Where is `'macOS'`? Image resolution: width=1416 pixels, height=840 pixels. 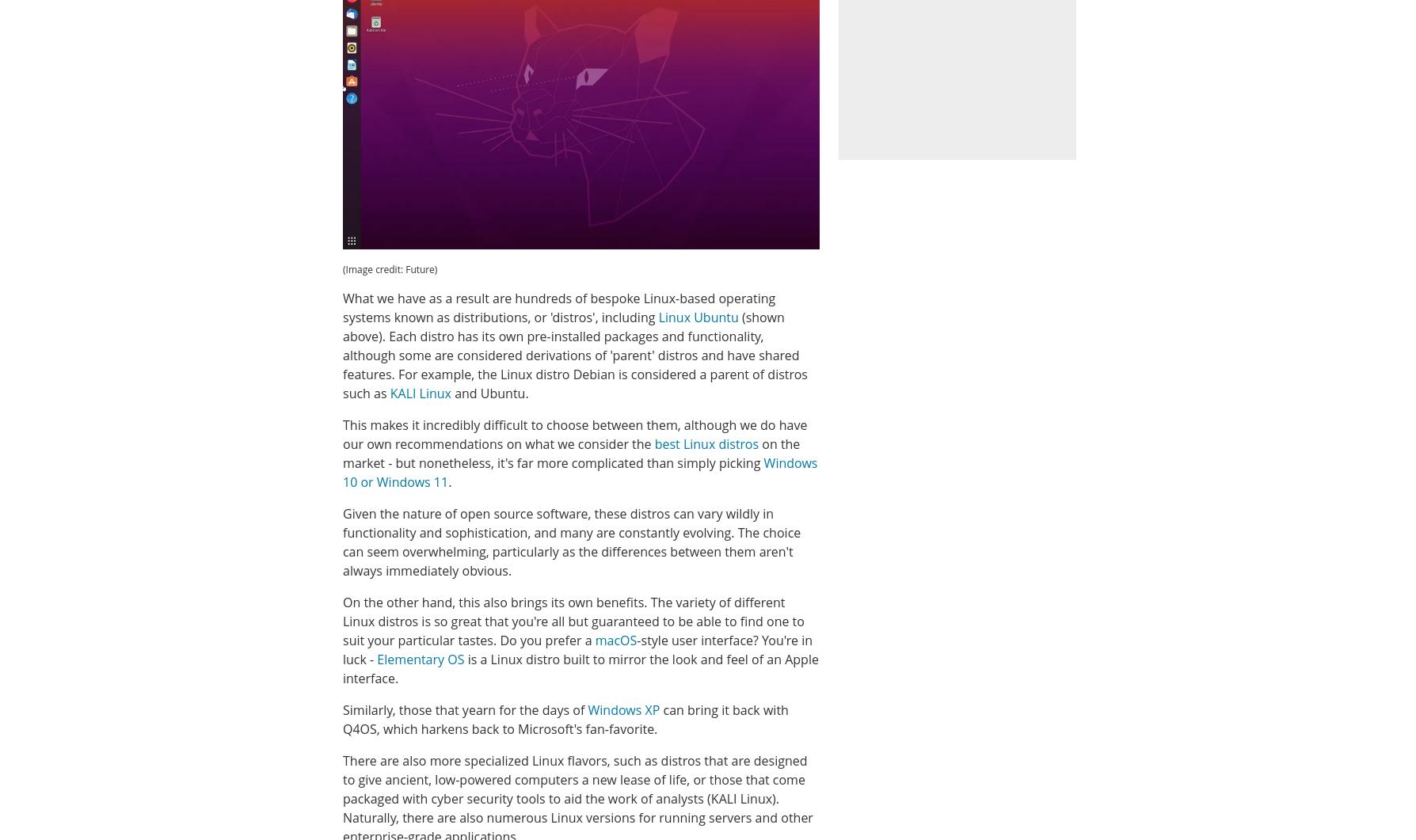 'macOS' is located at coordinates (615, 640).